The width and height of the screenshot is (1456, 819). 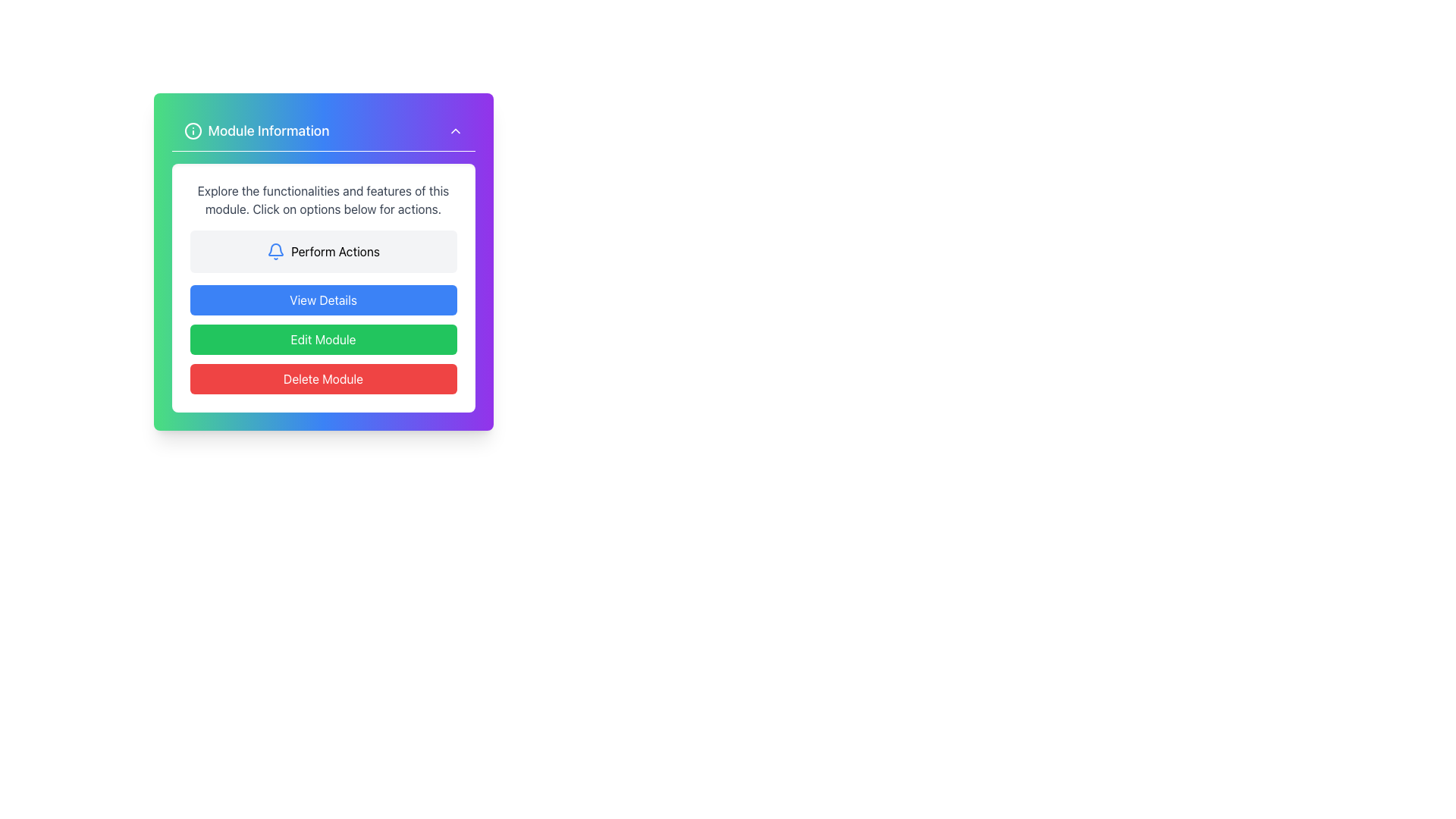 I want to click on the header or title located at the top of the colorful box, which likely summarizes its purpose or provides interaction for further information, so click(x=322, y=130).